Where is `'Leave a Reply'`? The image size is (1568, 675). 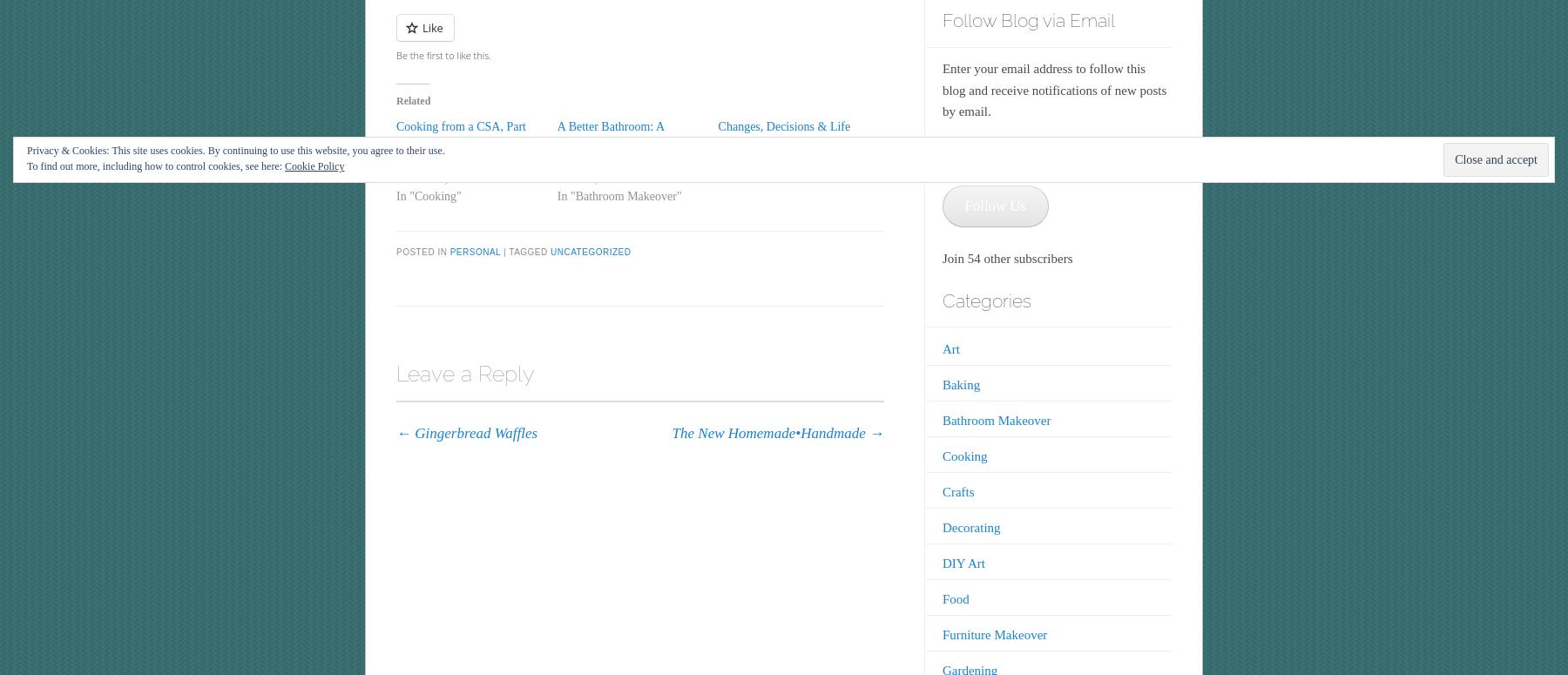
'Leave a Reply' is located at coordinates (464, 372).